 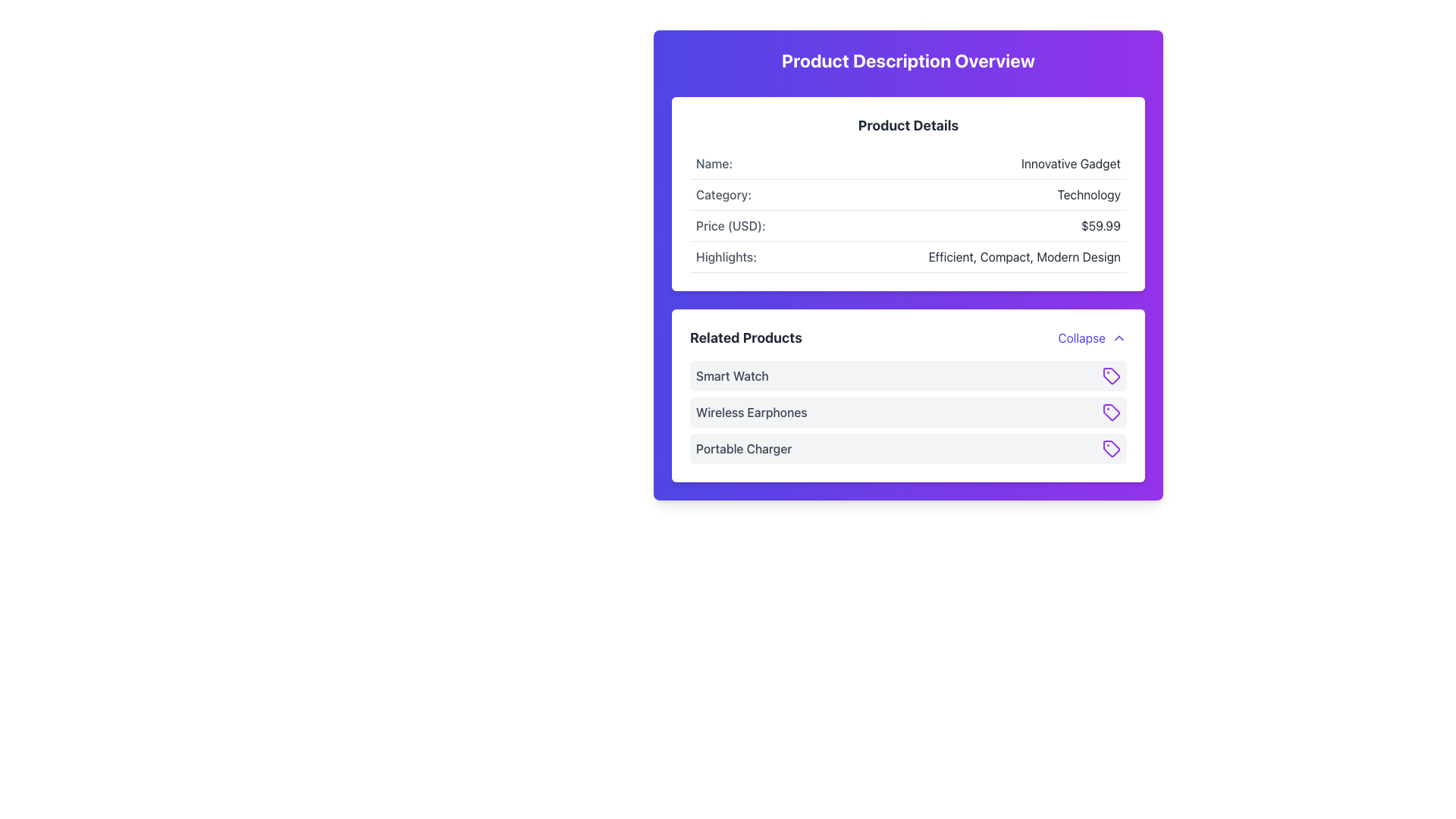 What do you see at coordinates (1111, 447) in the screenshot?
I see `the third icon in the 'Related Products' section, which is styled as a tag with a purple border and a small purple dot` at bounding box center [1111, 447].